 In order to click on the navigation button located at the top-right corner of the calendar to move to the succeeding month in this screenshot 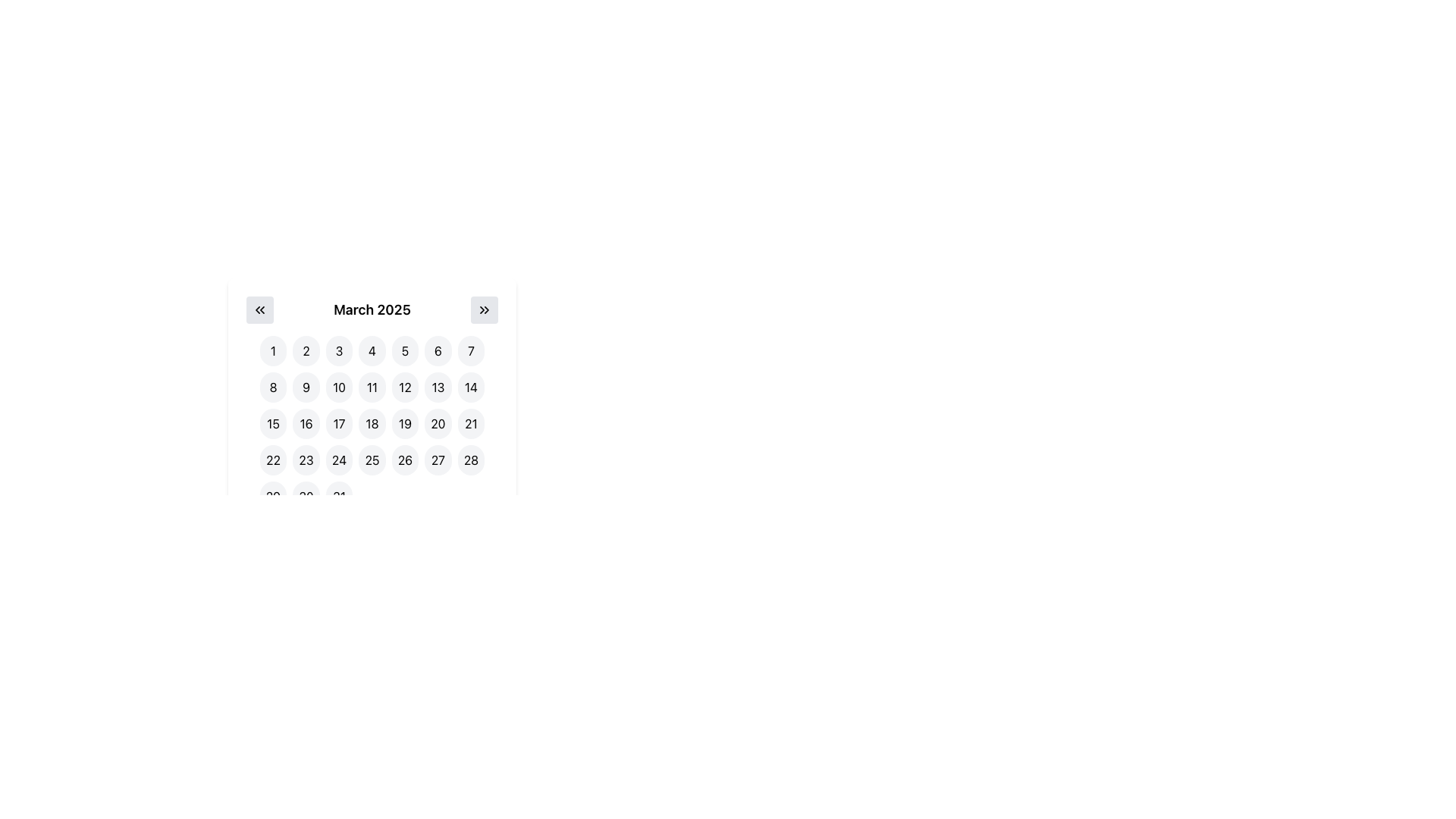, I will do `click(483, 309)`.